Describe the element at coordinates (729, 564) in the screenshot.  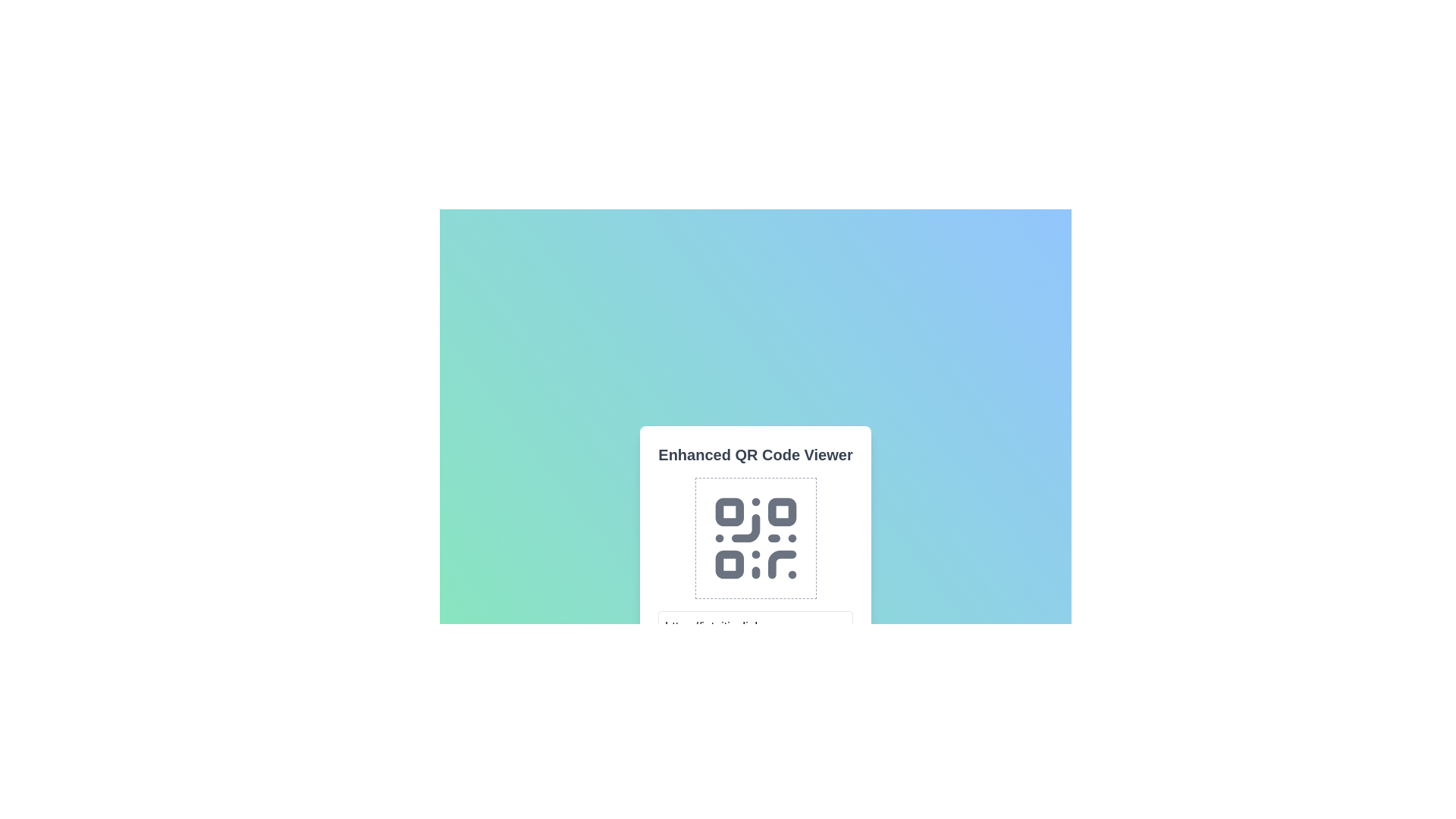
I see `the bottom-left square of the QR code pattern displayed in the center of the interface` at that location.